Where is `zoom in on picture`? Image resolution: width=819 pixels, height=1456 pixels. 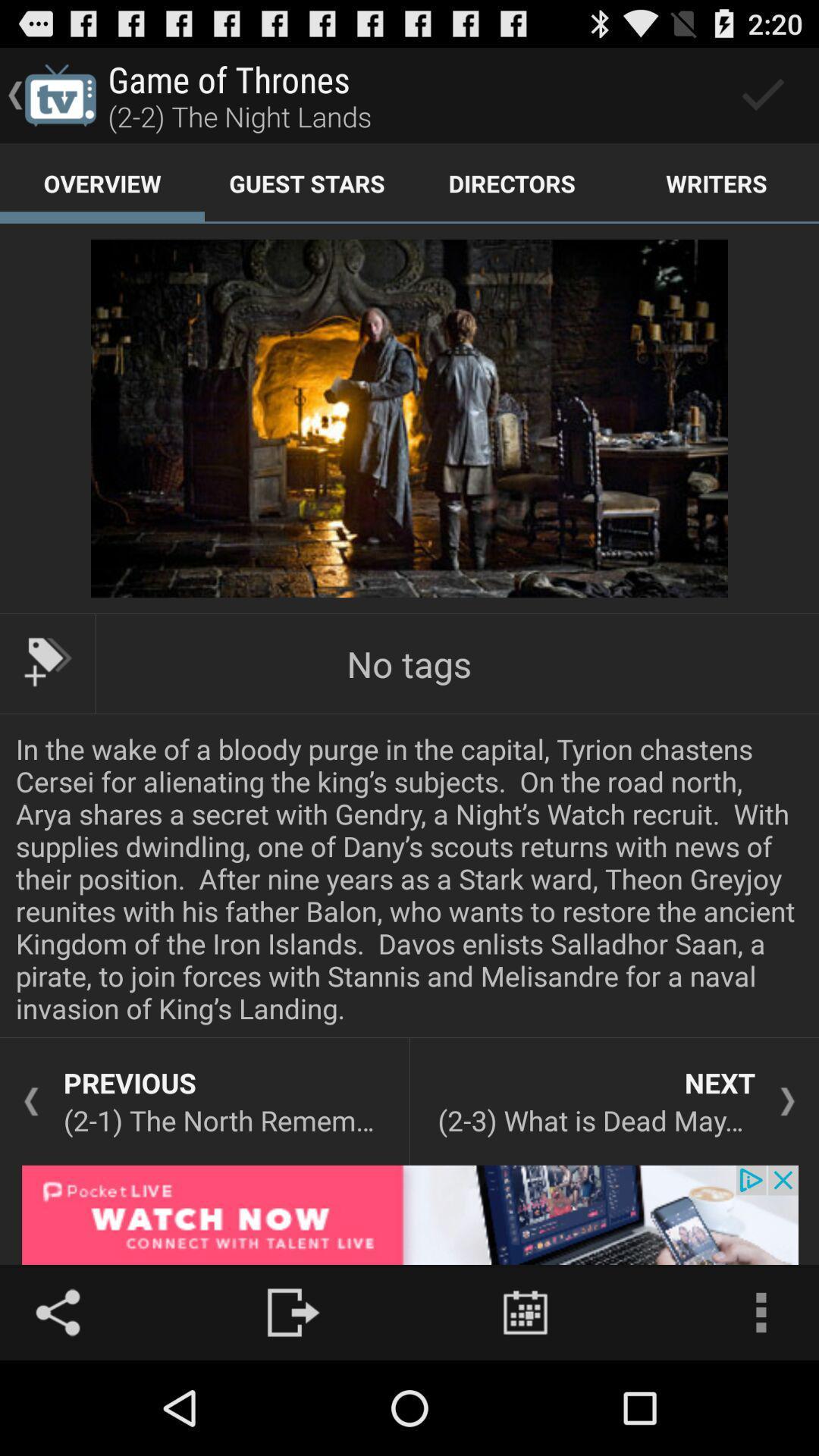
zoom in on picture is located at coordinates (409, 419).